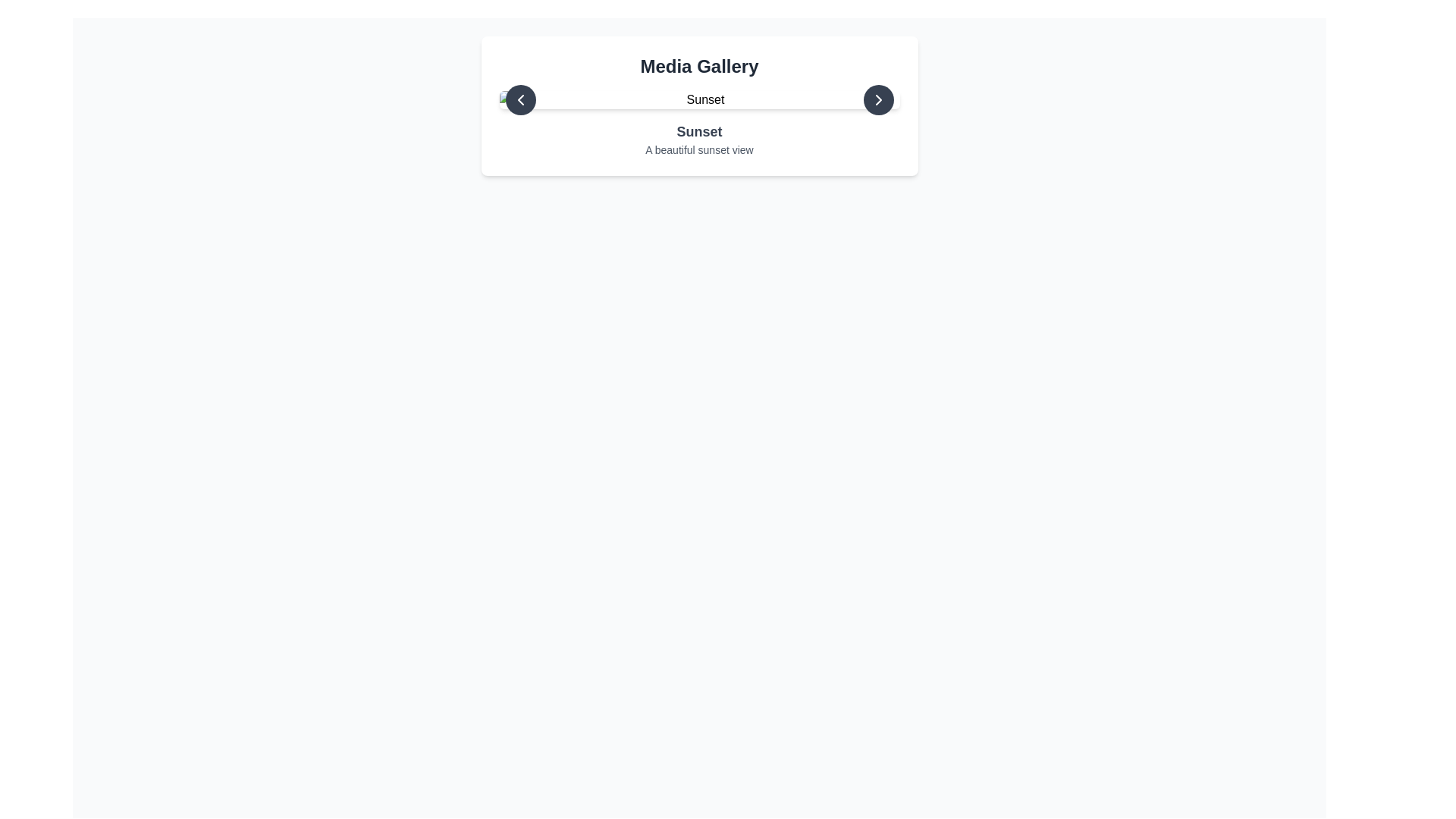 The height and width of the screenshot is (819, 1456). Describe the element at coordinates (520, 99) in the screenshot. I see `the left-pointing chevron icon within the circular button in the media gallery navigation bar` at that location.